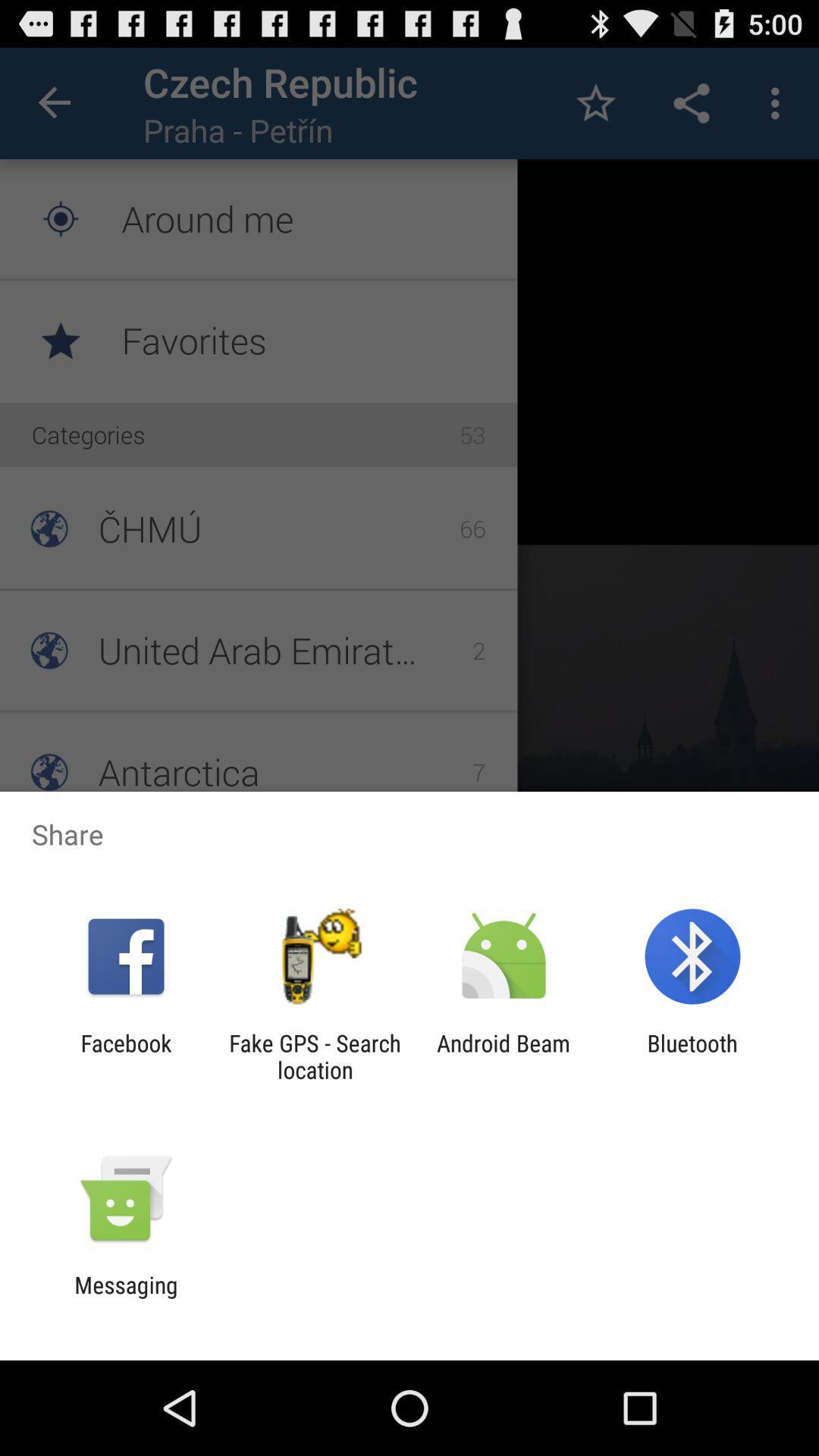 This screenshot has width=819, height=1456. I want to click on the fake gps search, so click(314, 1056).